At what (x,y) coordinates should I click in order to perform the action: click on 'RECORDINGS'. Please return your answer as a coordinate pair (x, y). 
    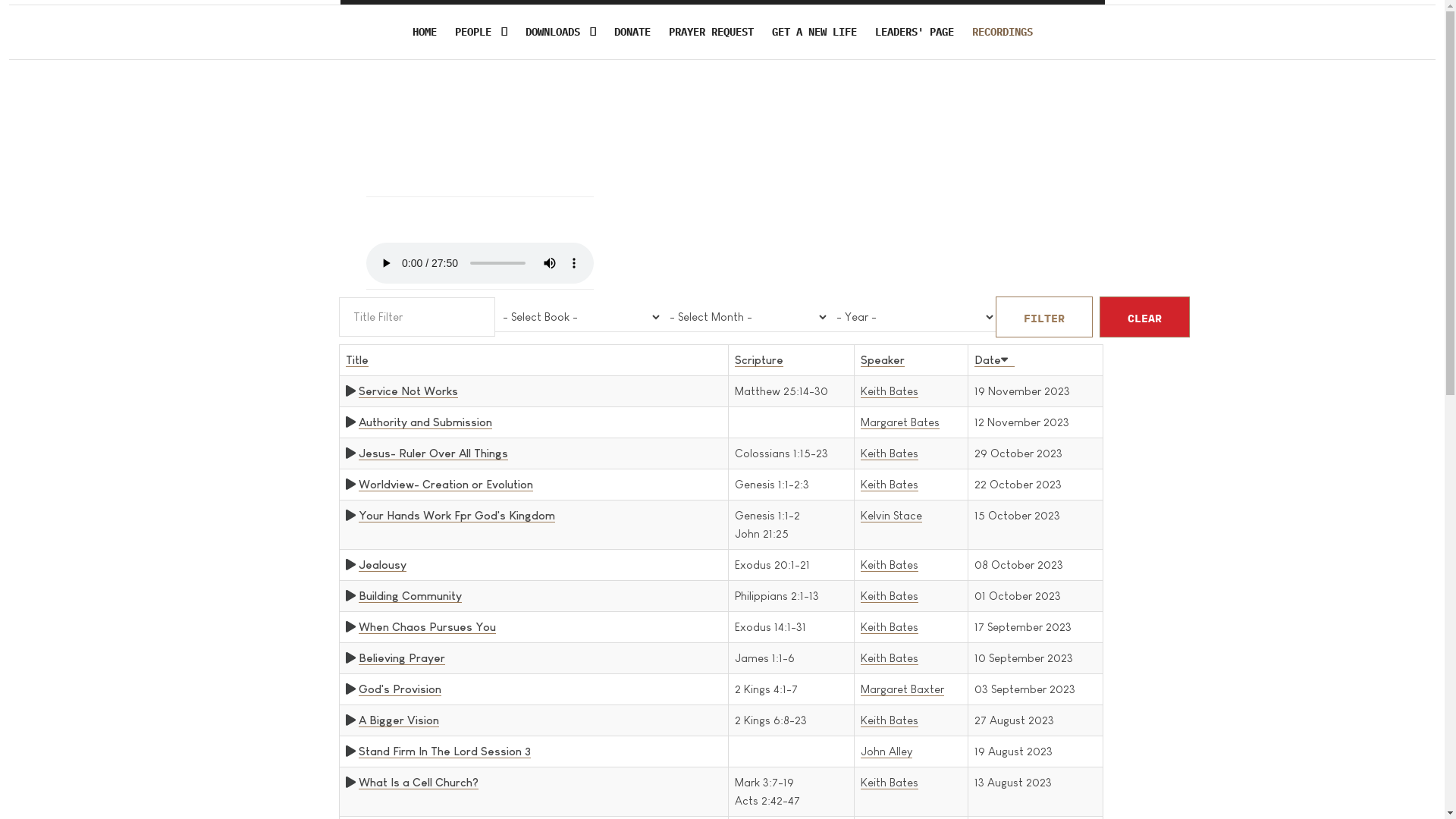
    Looking at the image, I should click on (1002, 32).